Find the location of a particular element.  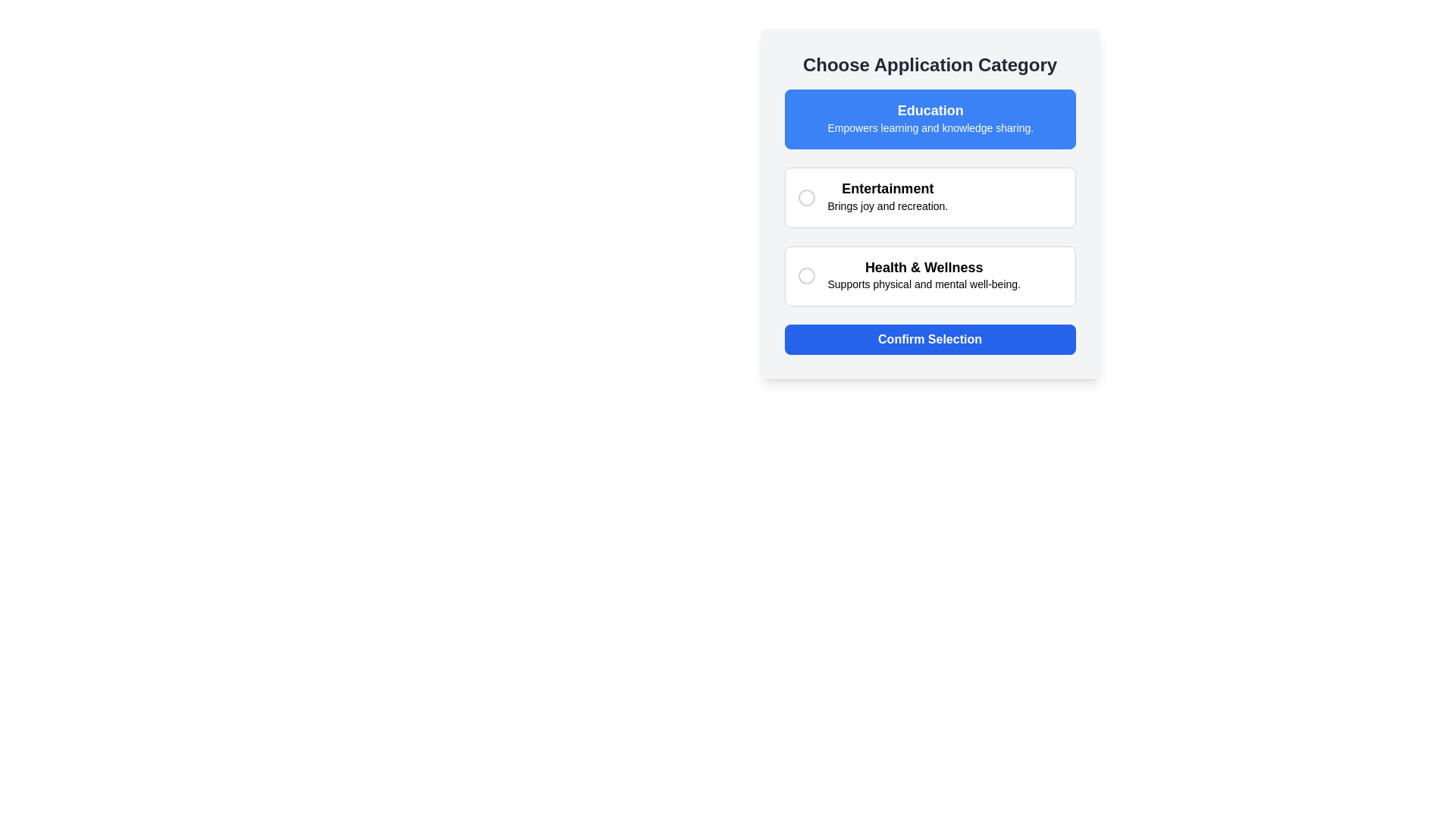

the 'Education' option button in the form titled 'Choose Application Category' is located at coordinates (929, 118).